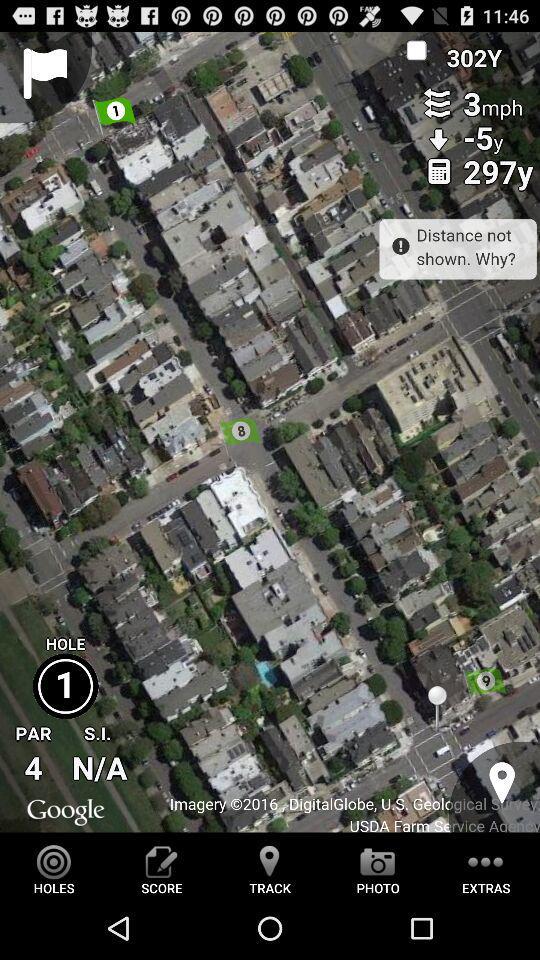 The height and width of the screenshot is (960, 540). I want to click on full page, so click(270, 432).